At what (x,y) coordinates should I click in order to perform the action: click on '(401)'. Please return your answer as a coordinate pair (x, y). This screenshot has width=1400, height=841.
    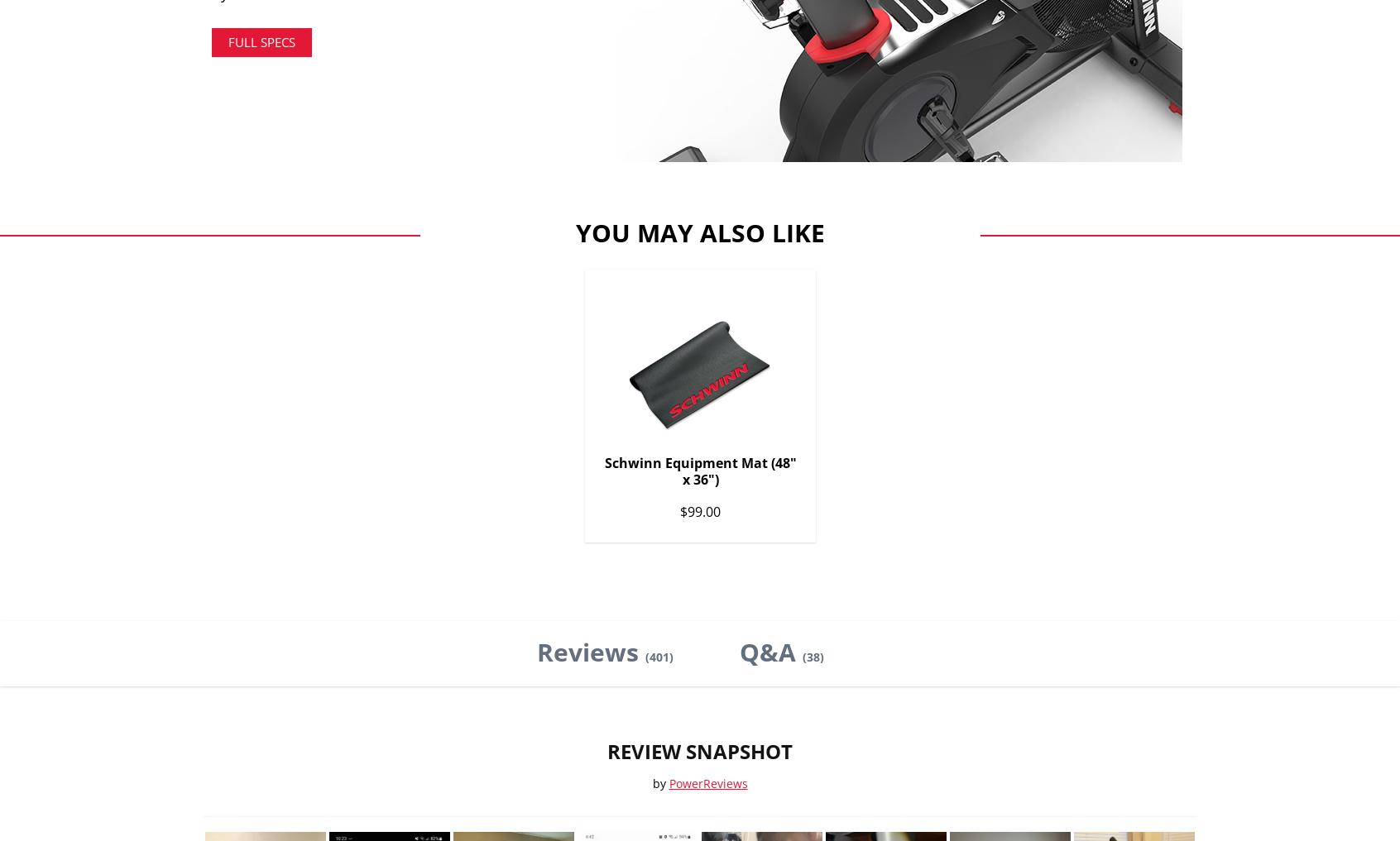
    Looking at the image, I should click on (658, 655).